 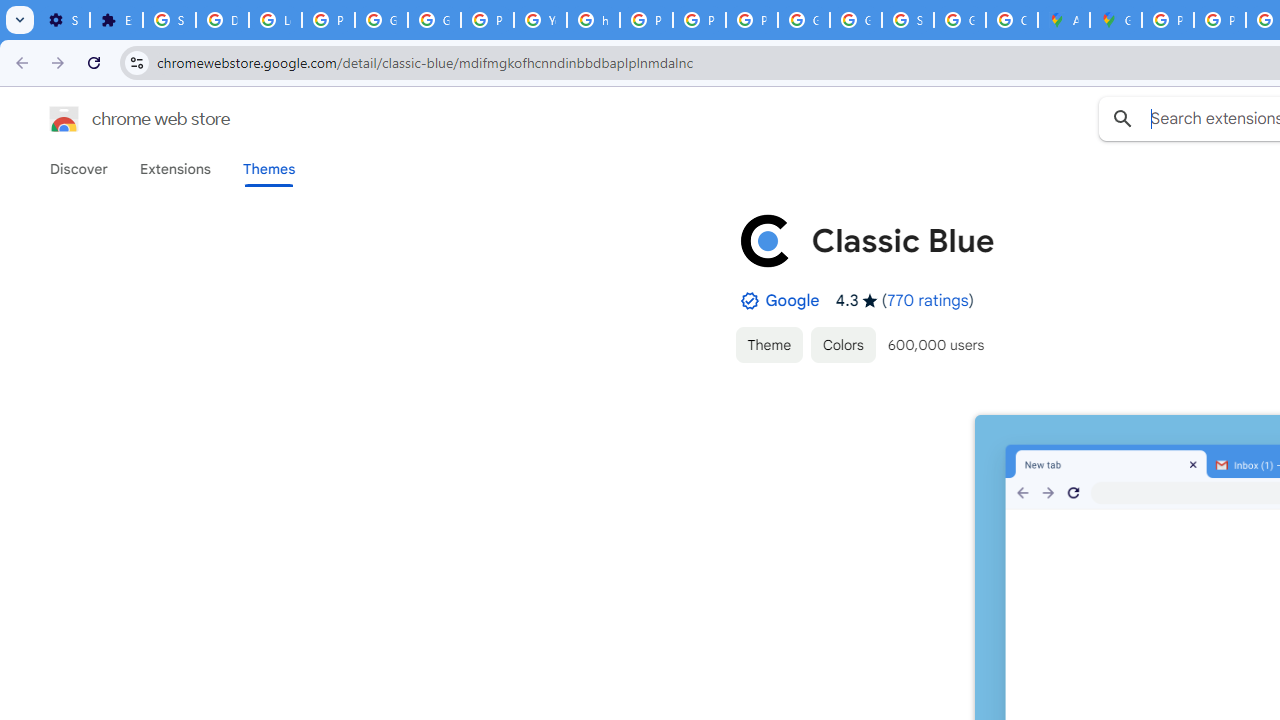 What do you see at coordinates (1011, 20) in the screenshot?
I see `'Create your Google Account'` at bounding box center [1011, 20].